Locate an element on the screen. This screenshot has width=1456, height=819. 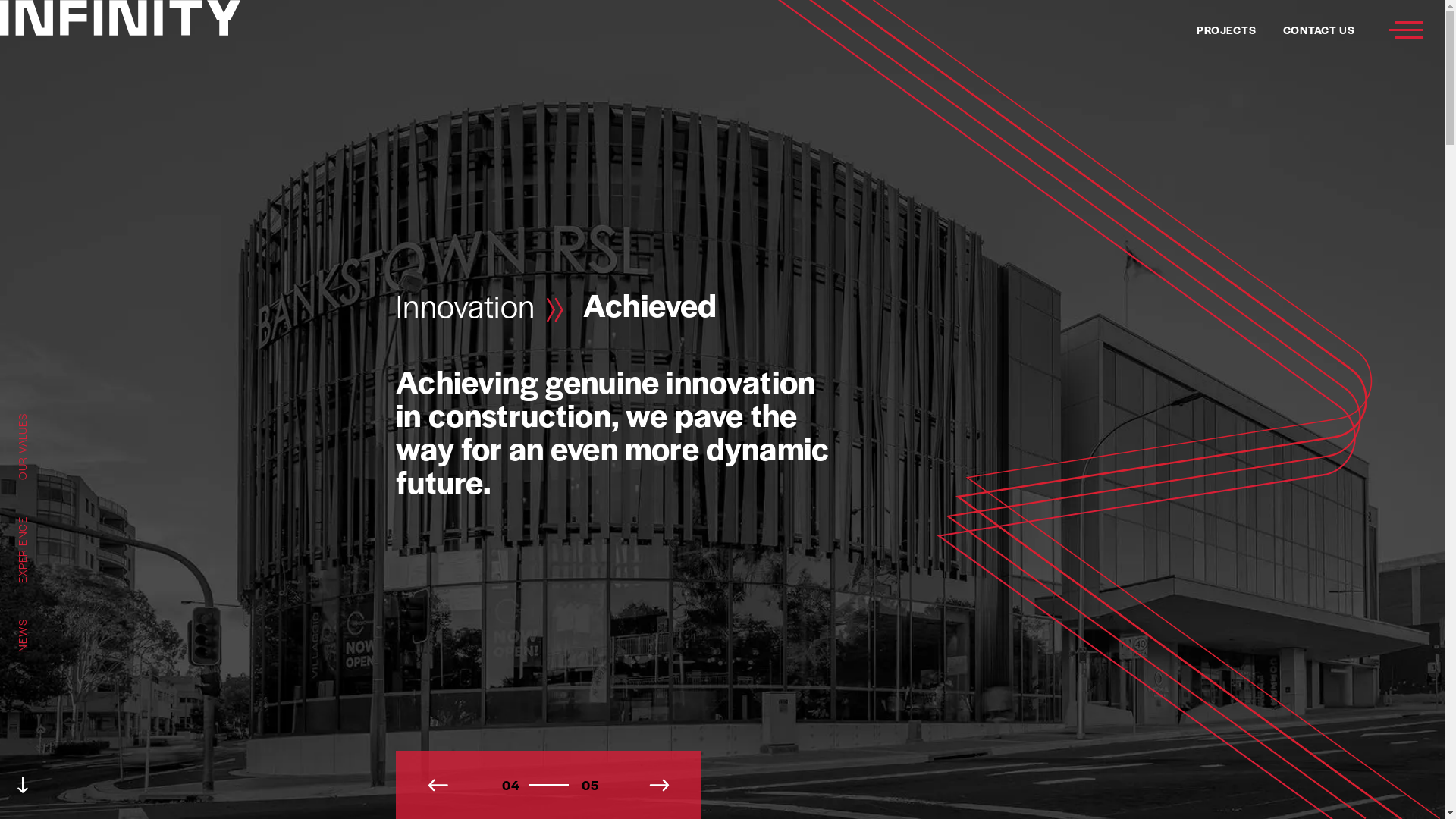
'EXPERIENCE' is located at coordinates (53, 518).